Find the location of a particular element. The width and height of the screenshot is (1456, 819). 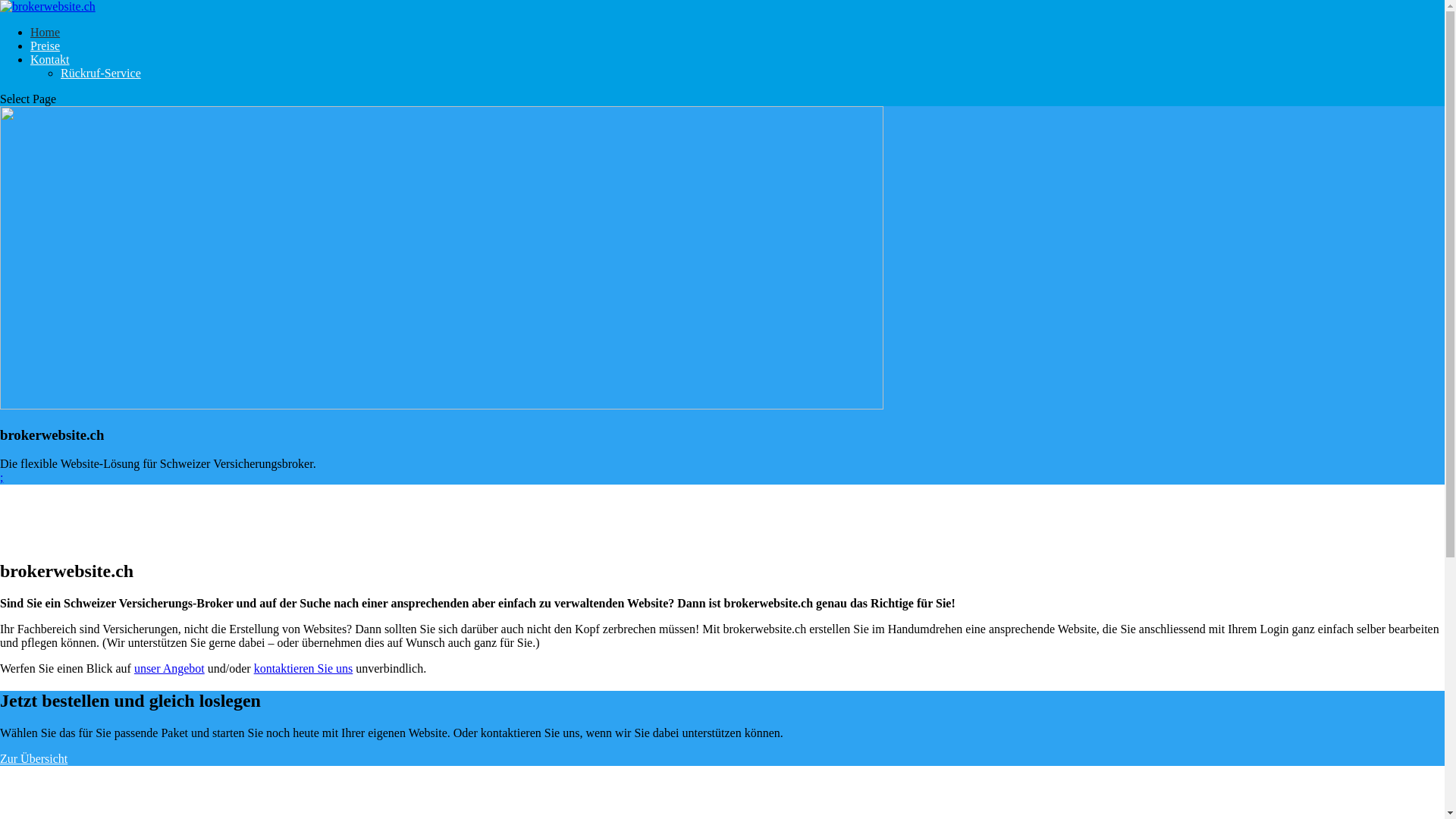

';' is located at coordinates (0, 476).